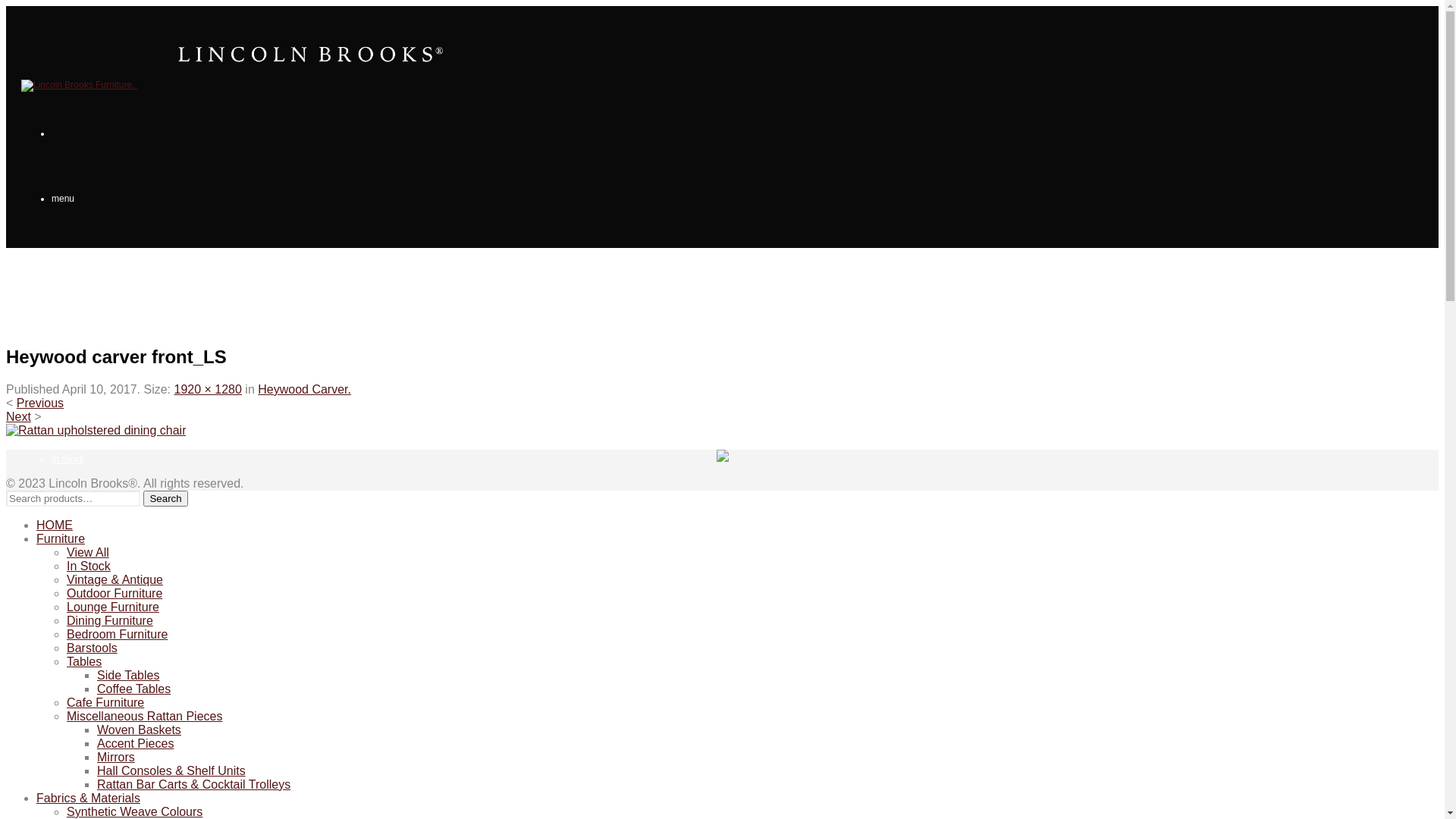  What do you see at coordinates (165, 498) in the screenshot?
I see `'Search'` at bounding box center [165, 498].